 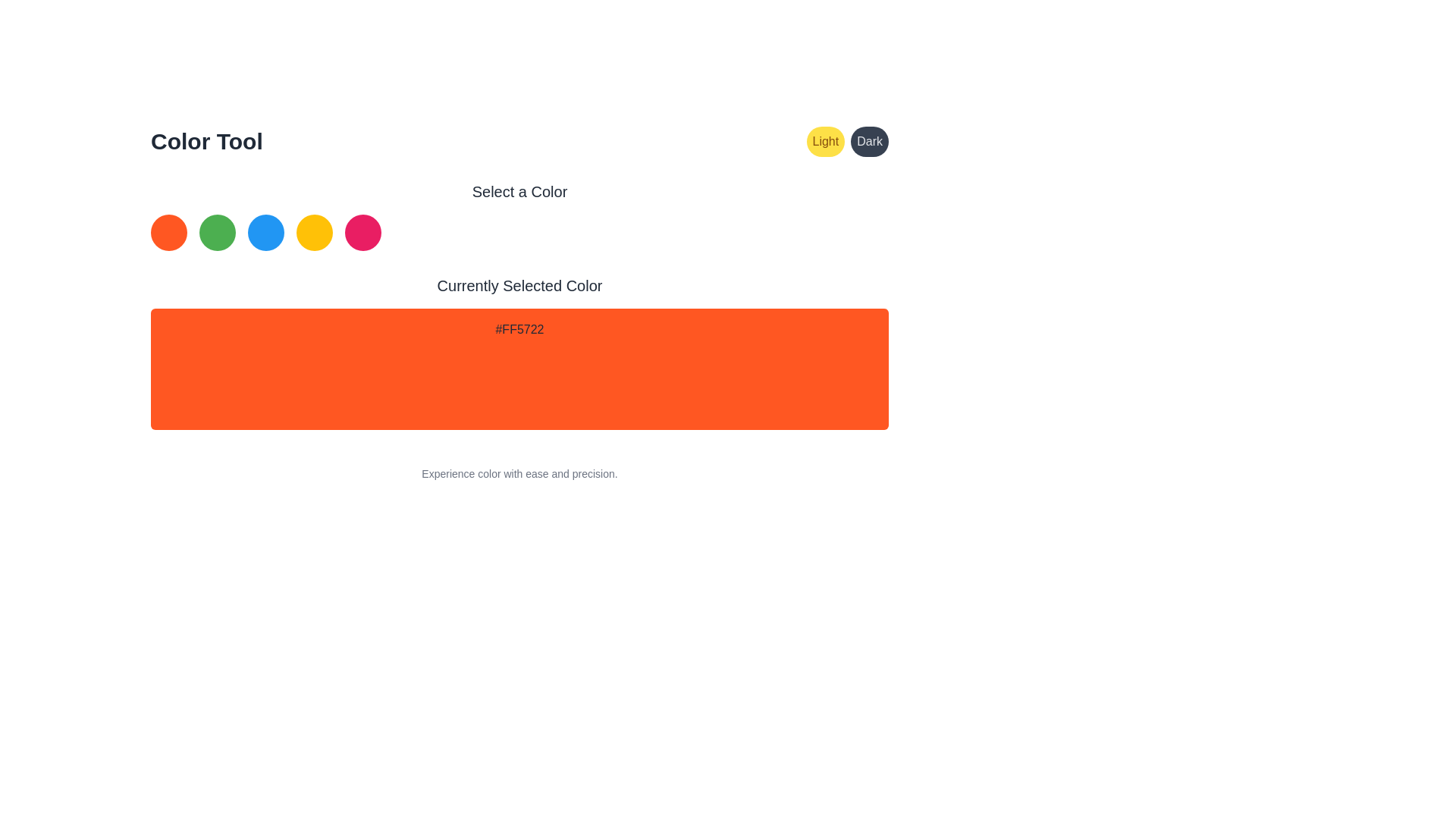 What do you see at coordinates (313, 233) in the screenshot?
I see `the fourth circular button in the Color Tool section` at bounding box center [313, 233].